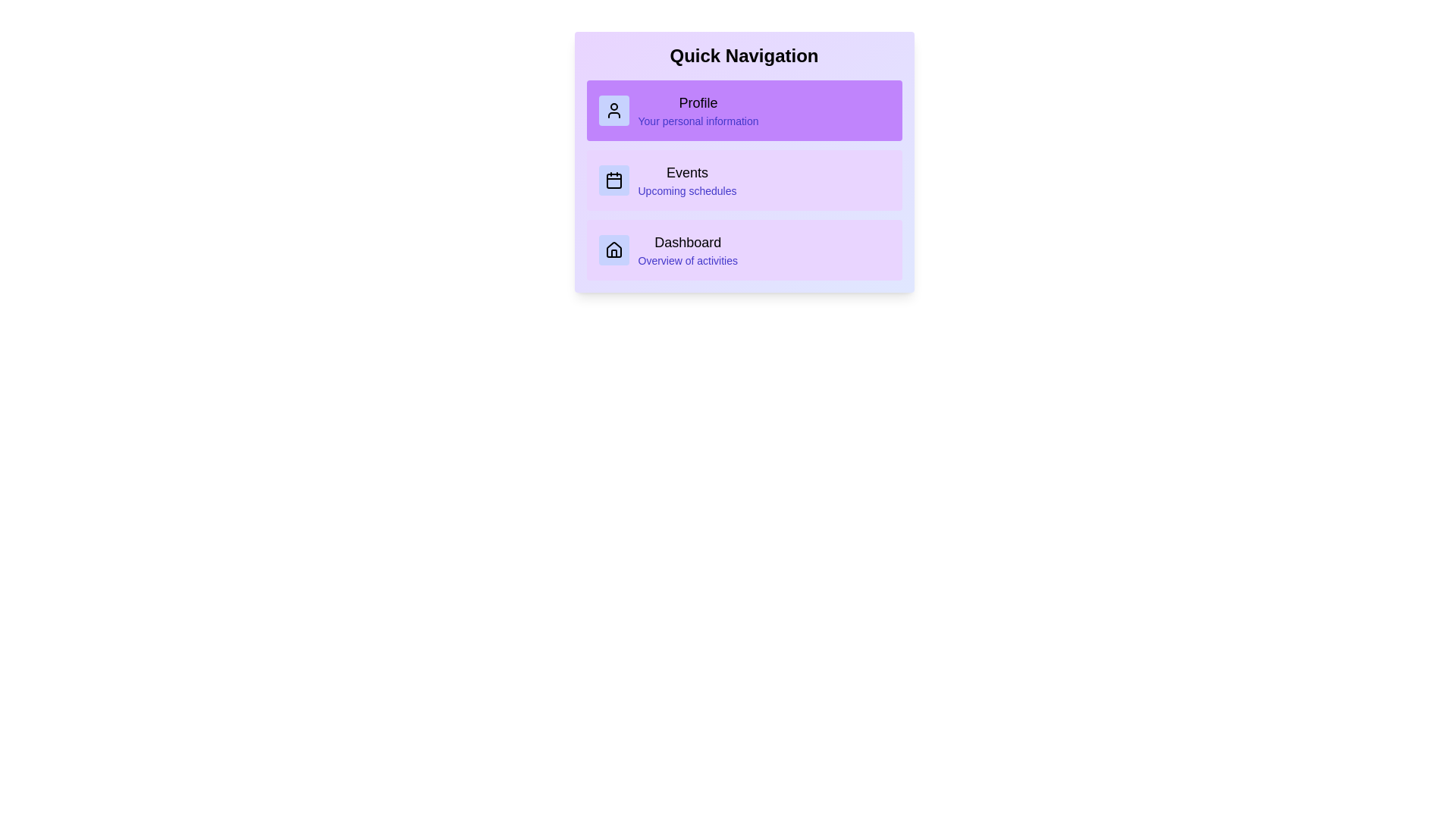 The width and height of the screenshot is (1456, 819). Describe the element at coordinates (744, 180) in the screenshot. I see `the menu item corresponding to Events` at that location.